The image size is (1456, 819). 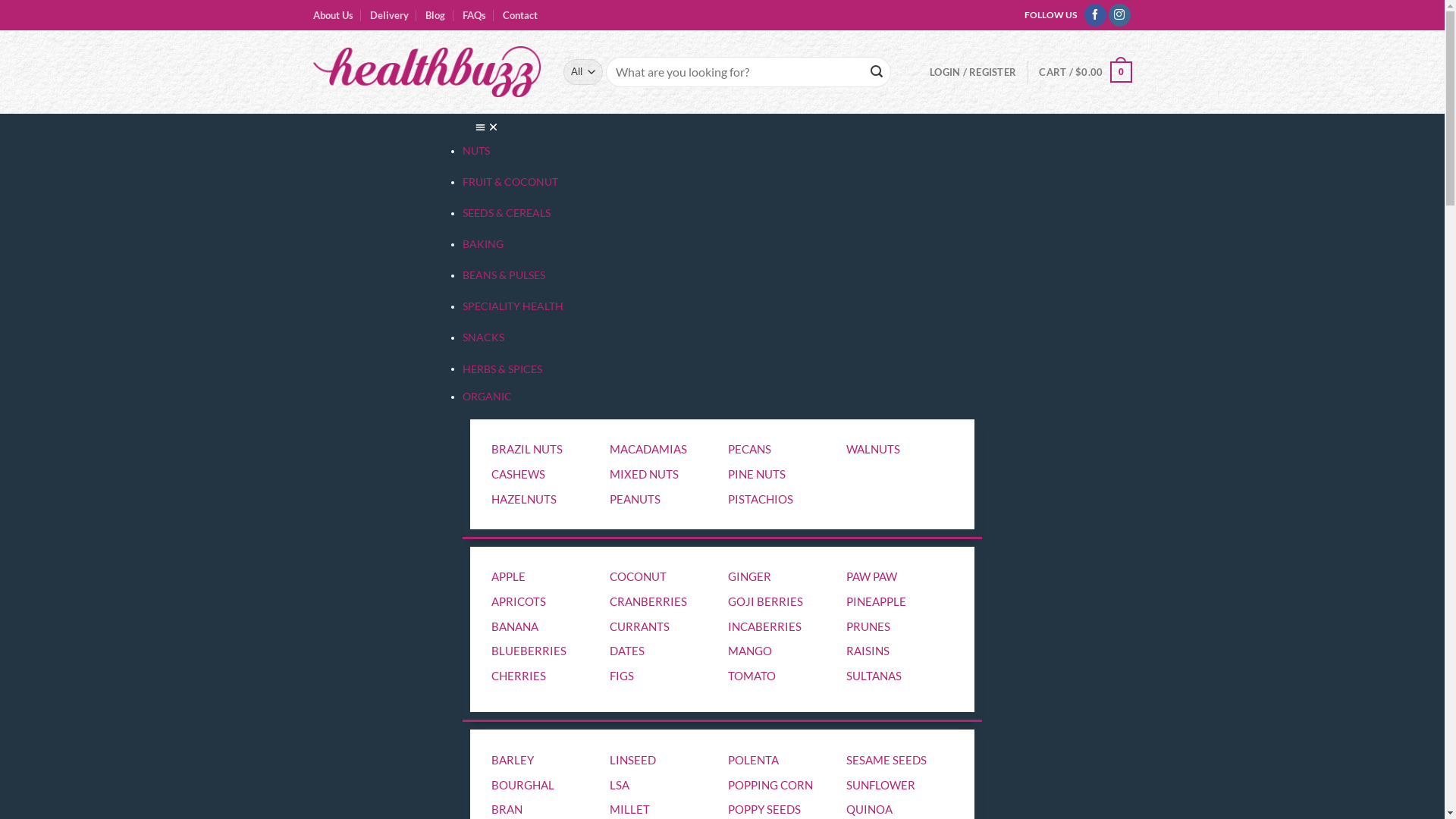 I want to click on 'BARLEY', so click(x=513, y=760).